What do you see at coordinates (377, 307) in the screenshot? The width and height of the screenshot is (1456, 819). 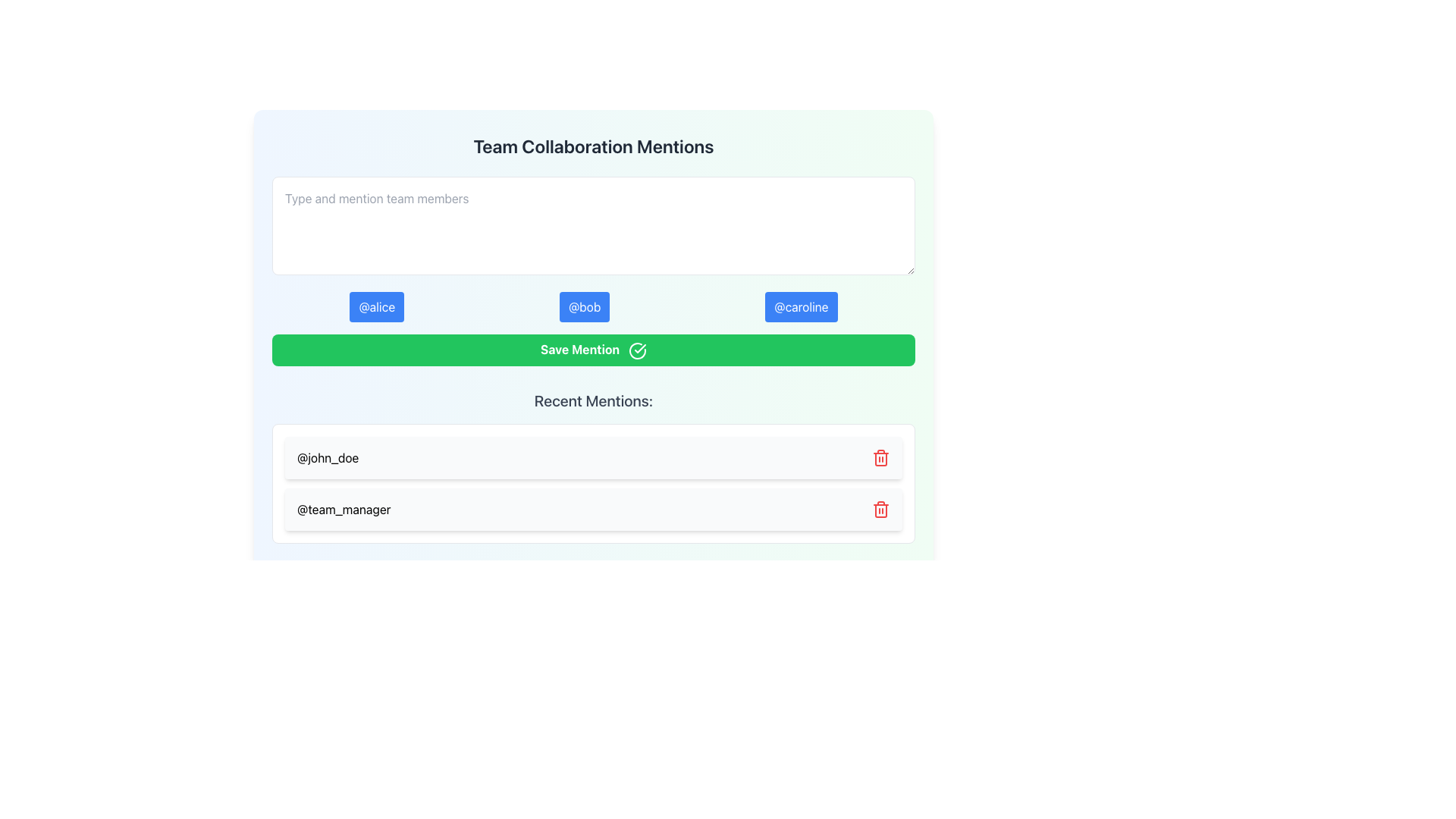 I see `the blue button labeled '@alice', which is the first button in a horizontal group of three buttons` at bounding box center [377, 307].